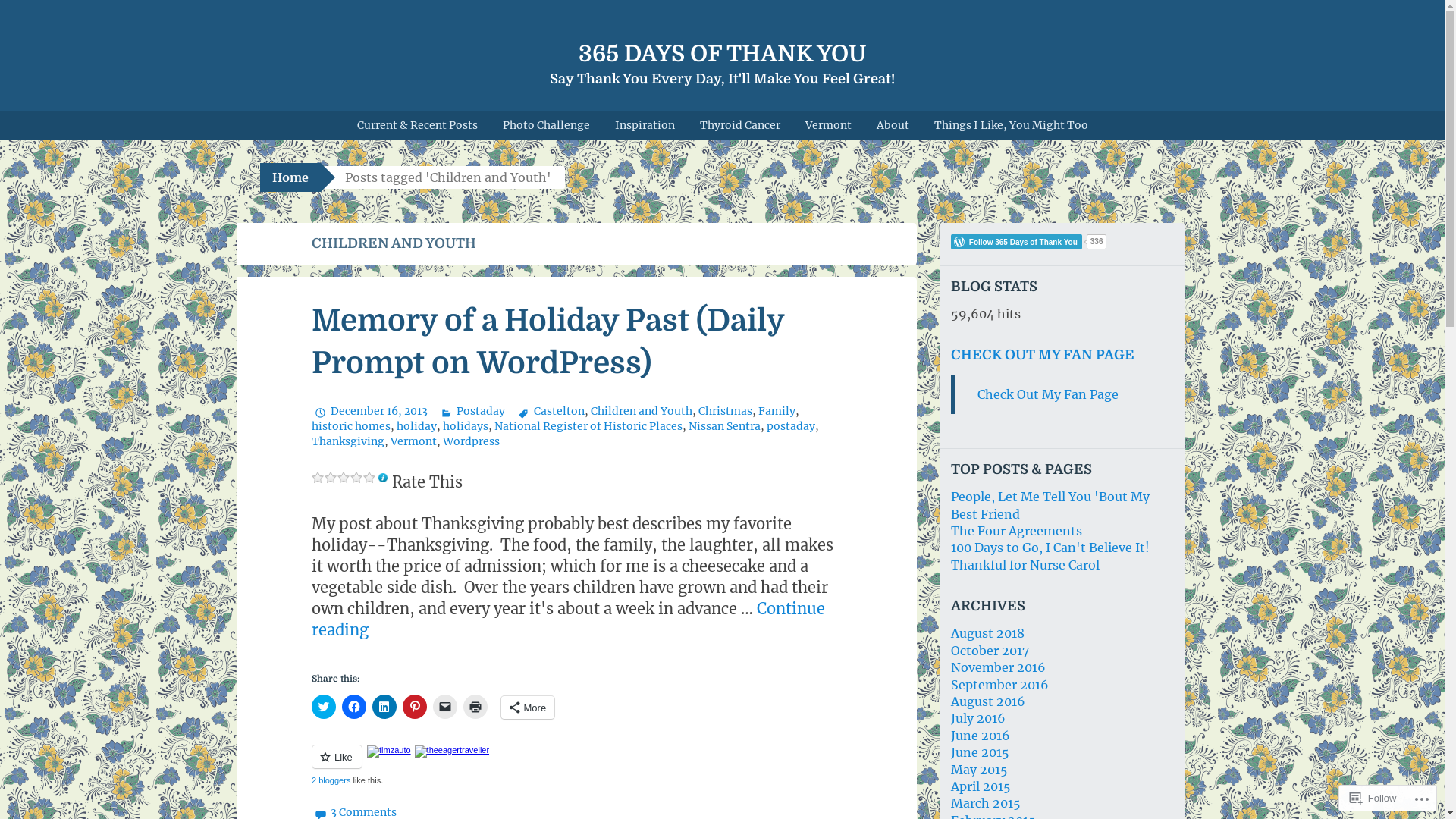 This screenshot has width=1456, height=819. I want to click on 'April 2015', so click(981, 786).